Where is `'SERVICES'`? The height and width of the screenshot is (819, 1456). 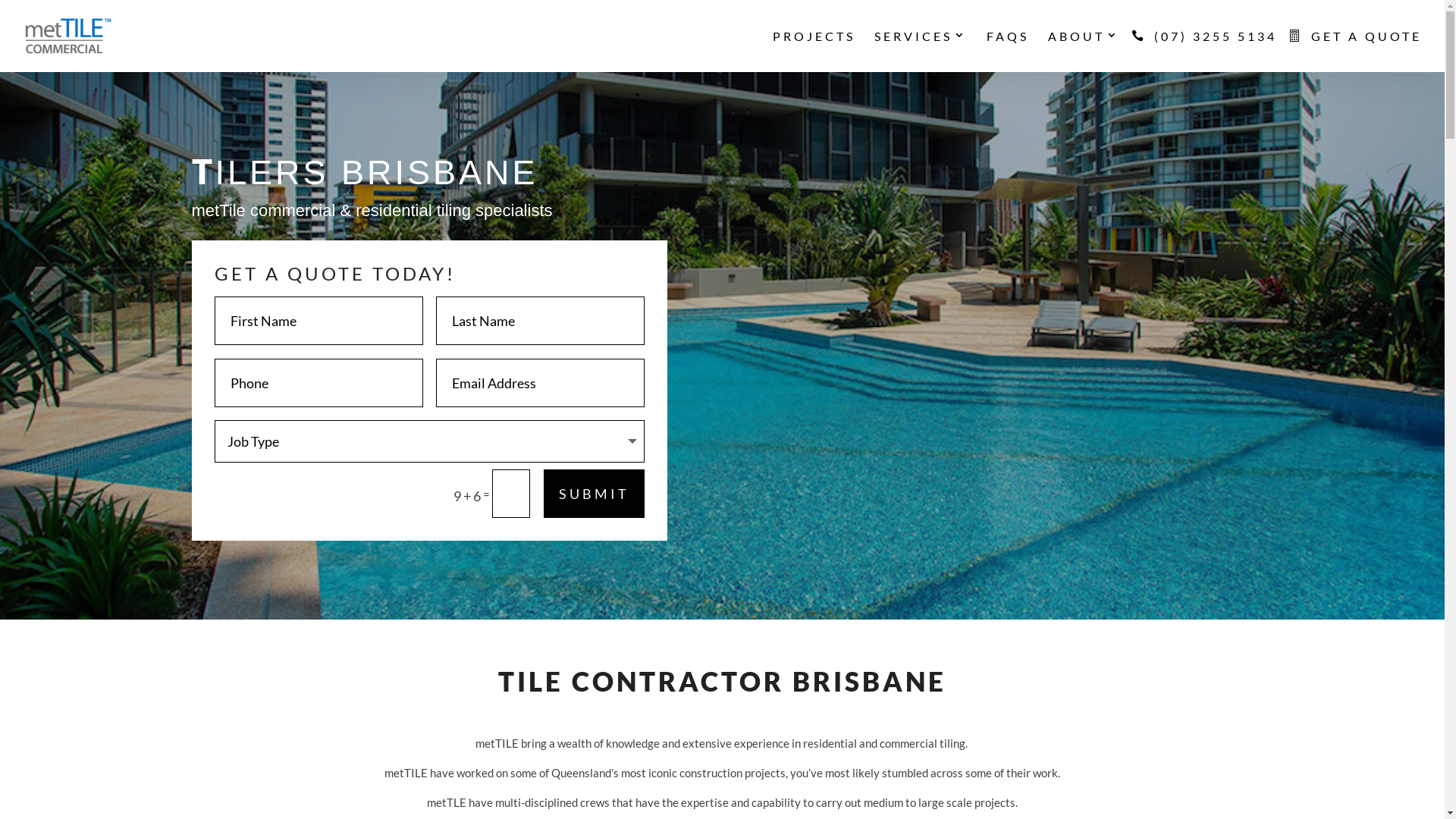 'SERVICES' is located at coordinates (920, 51).